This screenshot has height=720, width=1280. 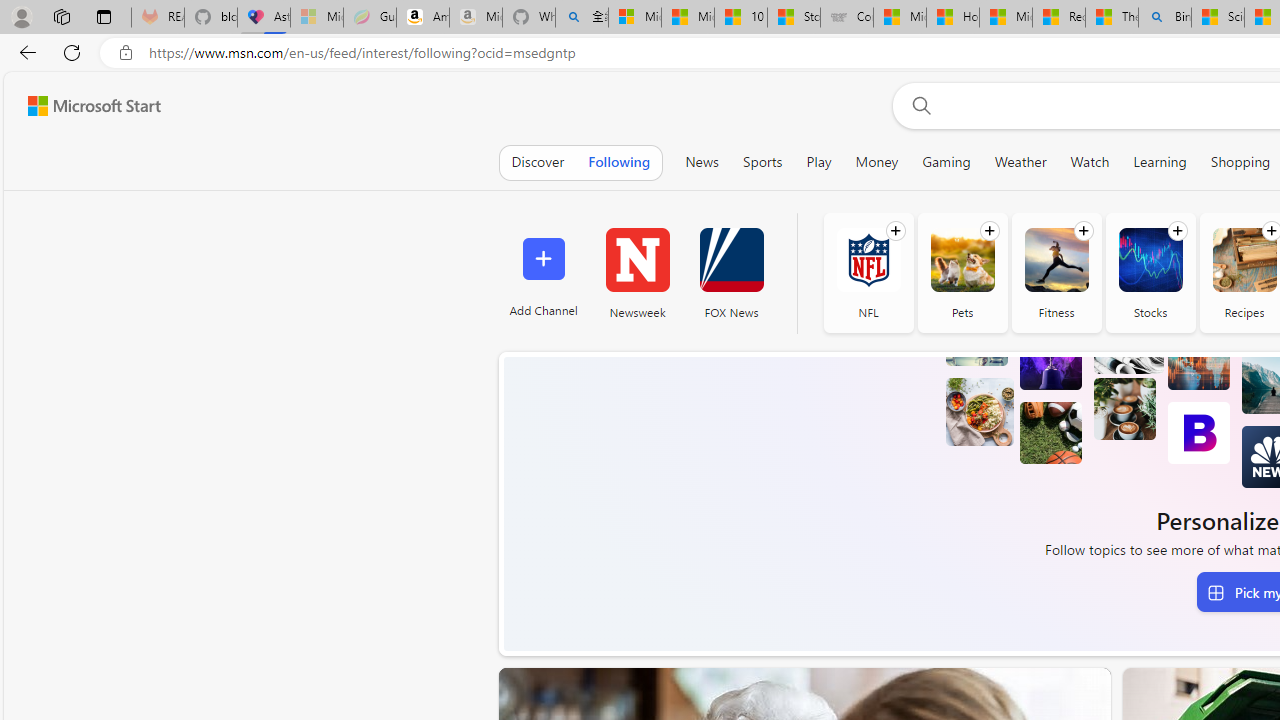 I want to click on 'Learning', so click(x=1160, y=161).